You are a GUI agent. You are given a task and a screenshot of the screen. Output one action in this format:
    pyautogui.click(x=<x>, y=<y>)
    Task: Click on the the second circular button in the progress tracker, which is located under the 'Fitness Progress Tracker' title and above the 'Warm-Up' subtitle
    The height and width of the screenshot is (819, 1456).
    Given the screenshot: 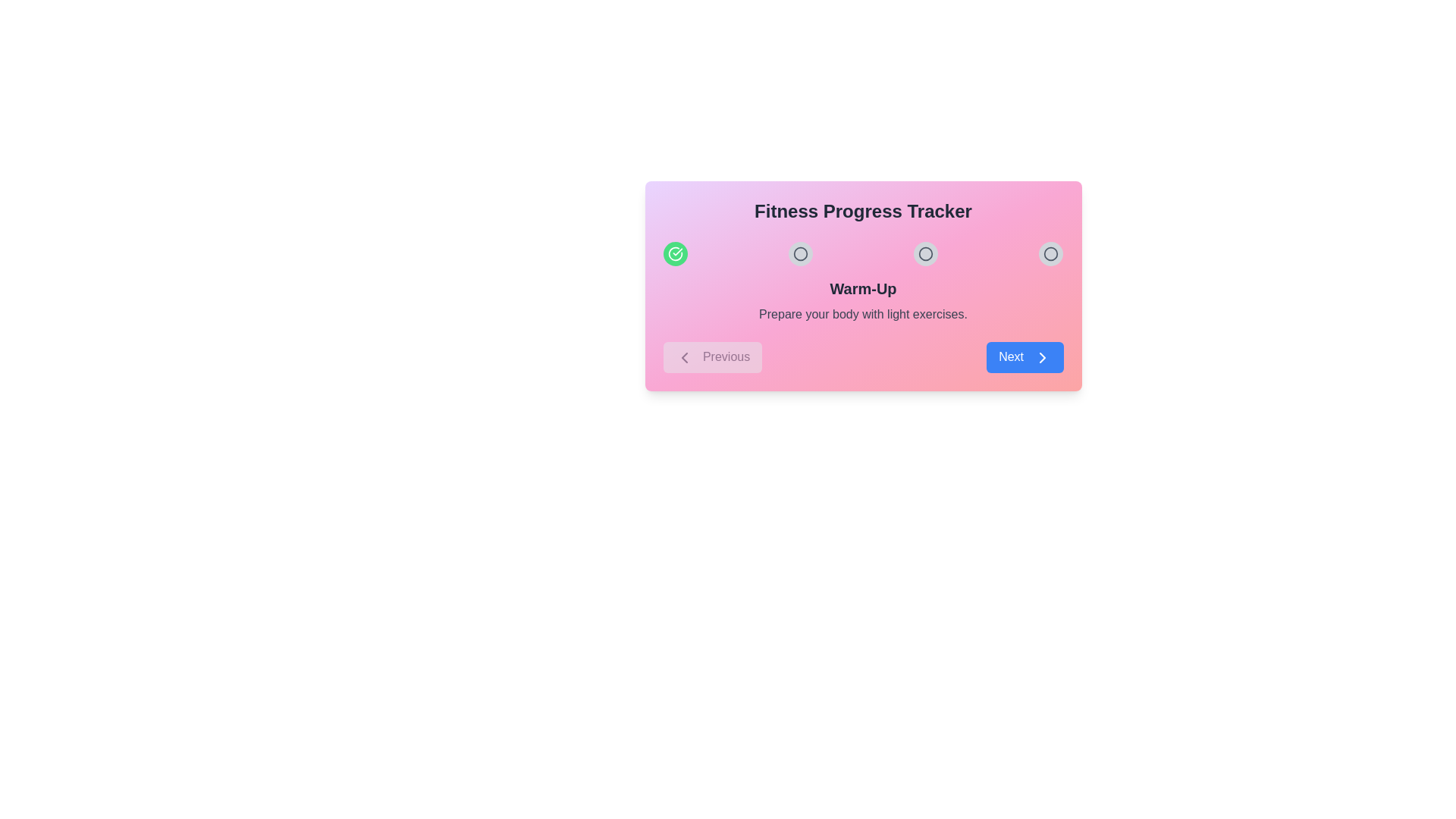 What is the action you would take?
    pyautogui.click(x=799, y=253)
    